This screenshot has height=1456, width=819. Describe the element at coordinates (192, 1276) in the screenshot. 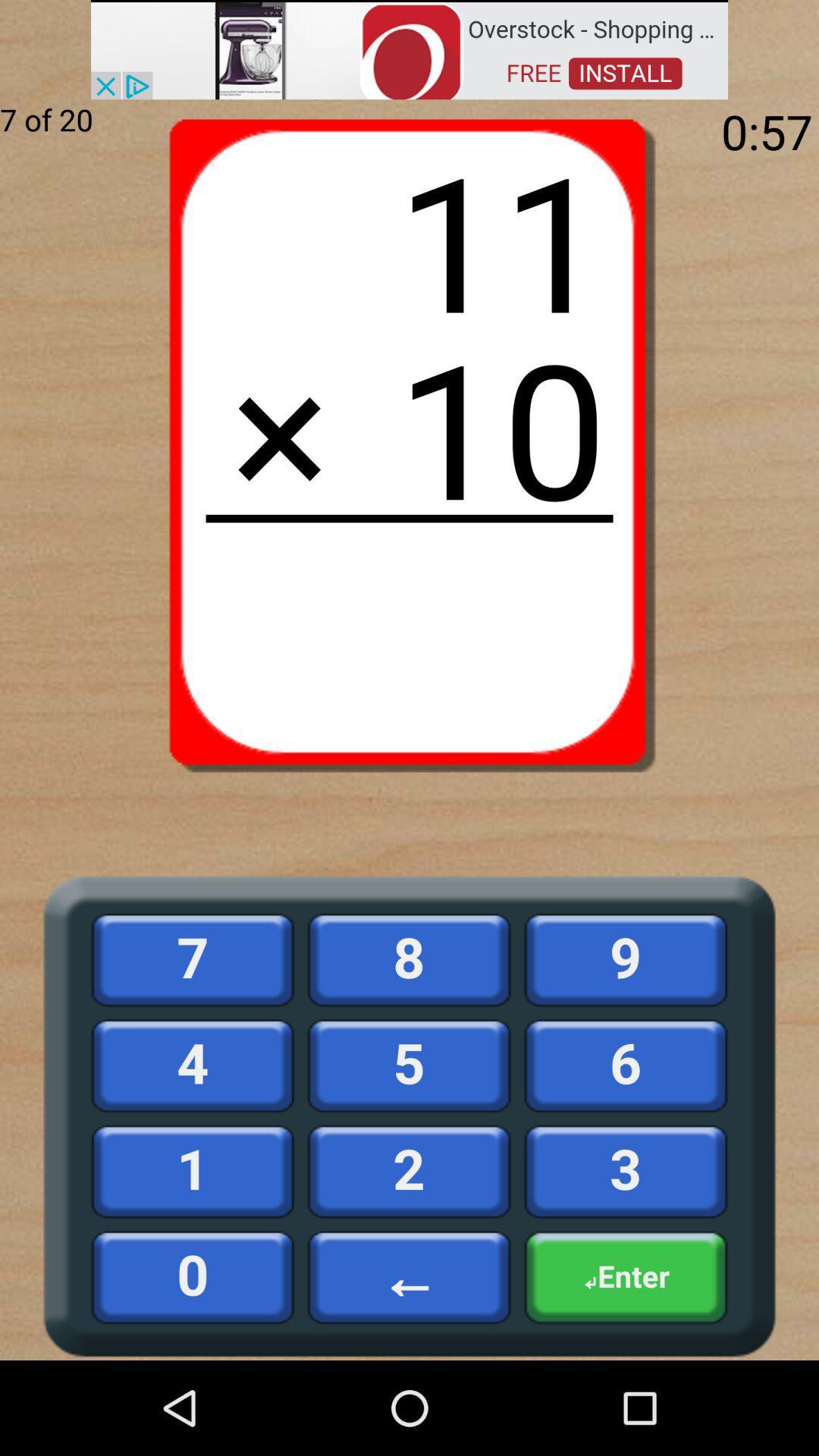

I see `the number 0 on keypad` at that location.